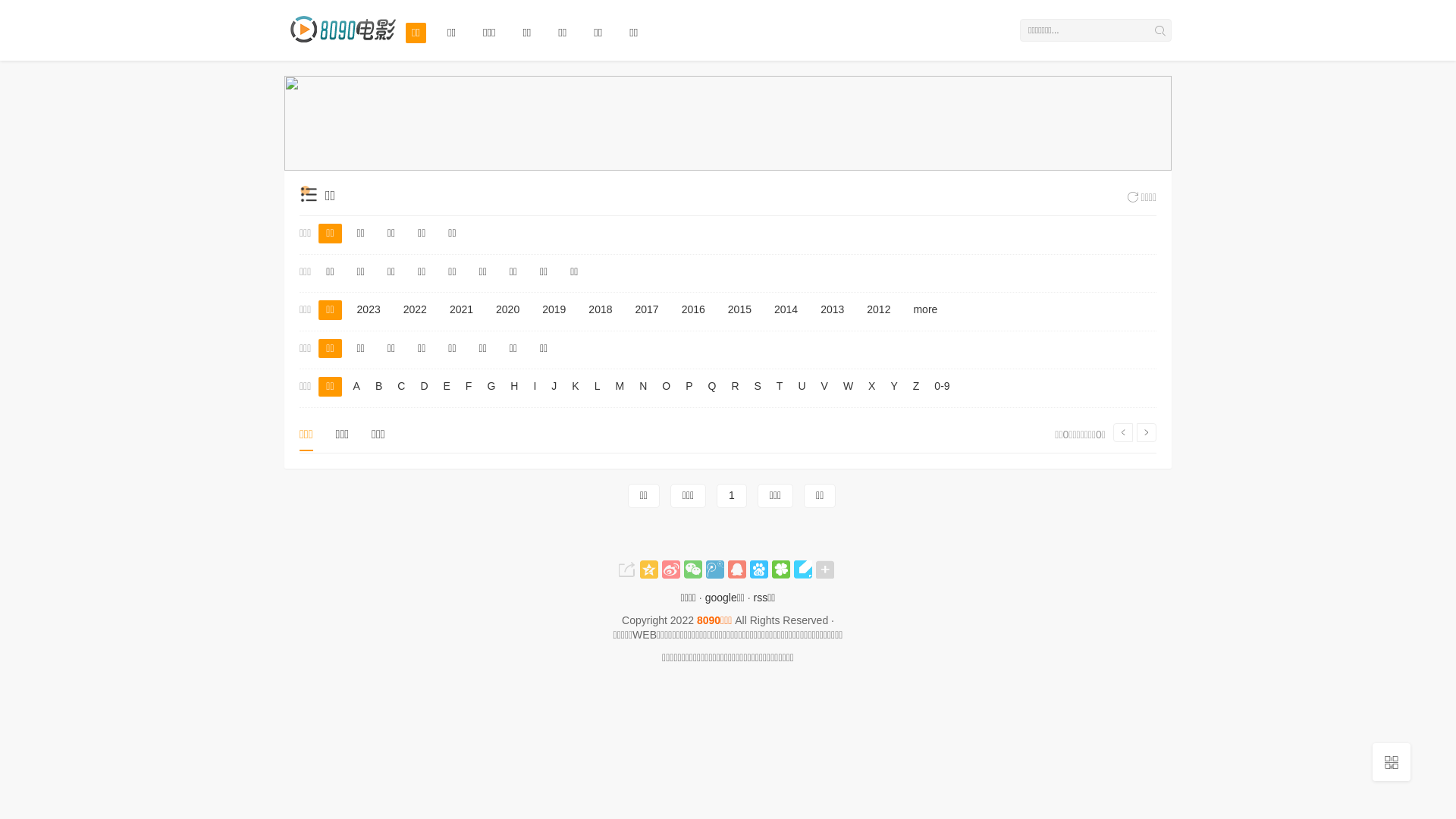 The width and height of the screenshot is (1456, 819). Describe the element at coordinates (680, 385) in the screenshot. I see `'P'` at that location.